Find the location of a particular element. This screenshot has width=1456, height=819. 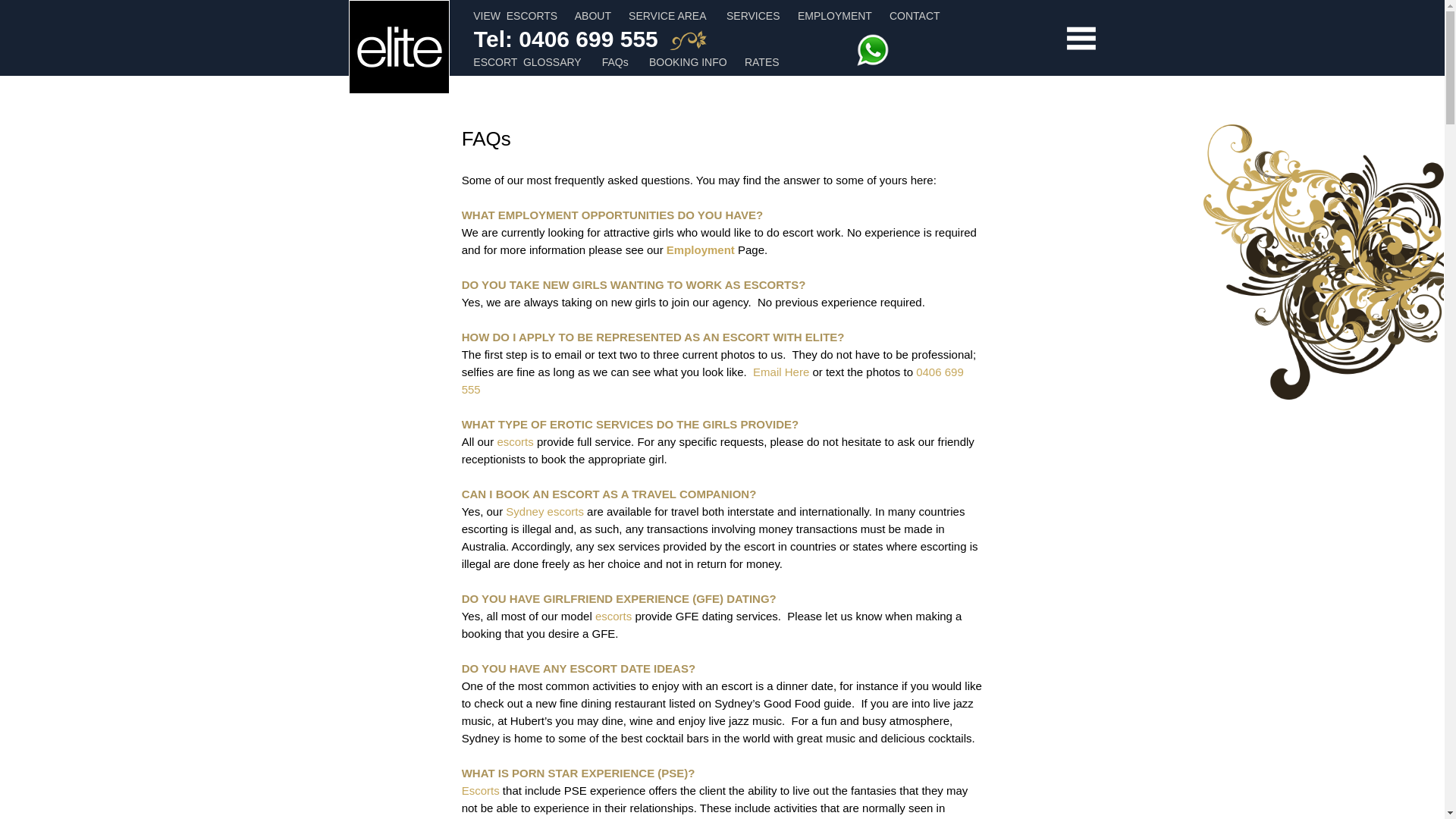

'Sydney escorts' is located at coordinates (544, 511).